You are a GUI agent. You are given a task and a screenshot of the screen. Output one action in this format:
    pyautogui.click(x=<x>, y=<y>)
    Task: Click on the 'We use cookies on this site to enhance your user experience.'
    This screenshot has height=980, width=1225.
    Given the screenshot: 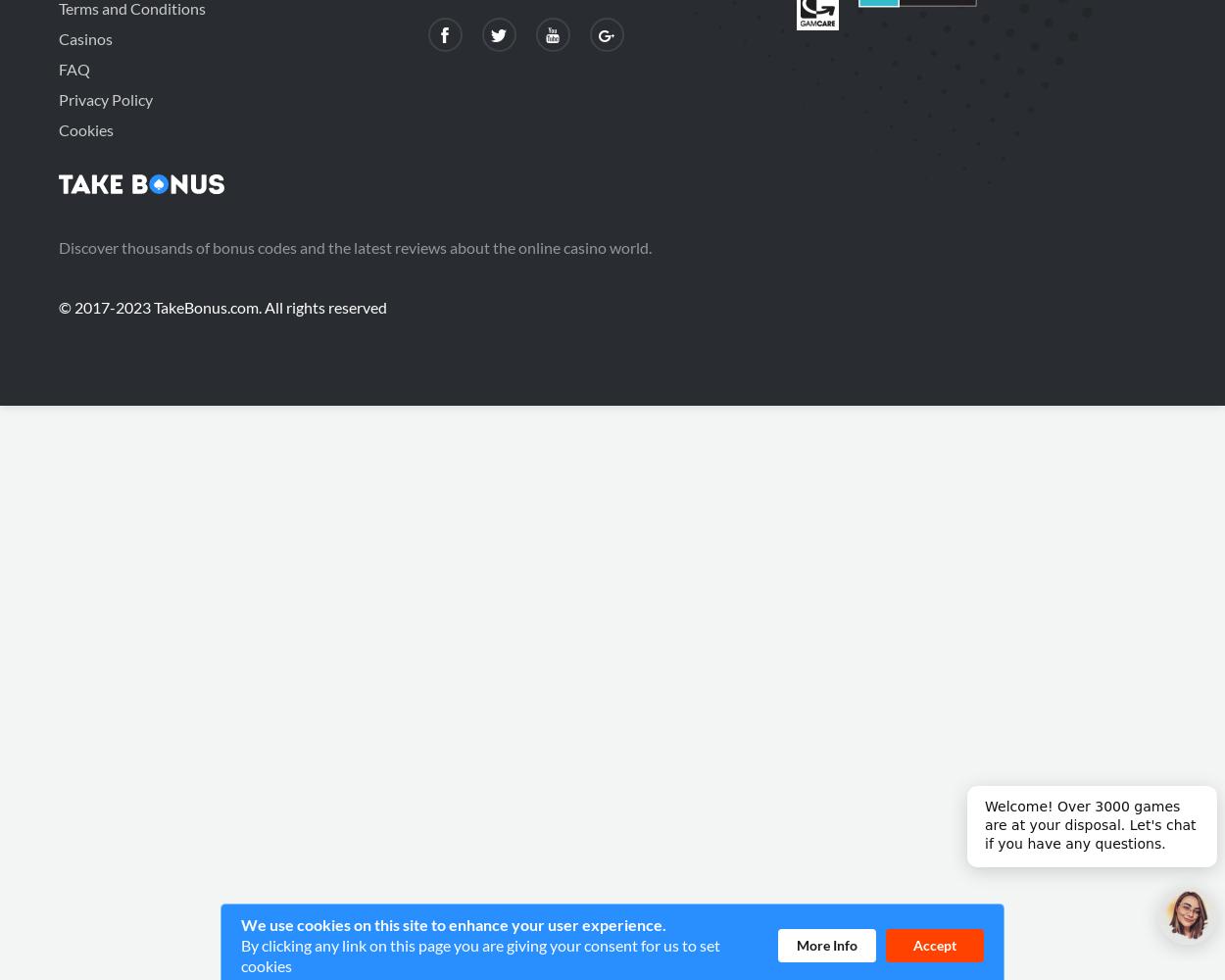 What is the action you would take?
    pyautogui.click(x=453, y=923)
    